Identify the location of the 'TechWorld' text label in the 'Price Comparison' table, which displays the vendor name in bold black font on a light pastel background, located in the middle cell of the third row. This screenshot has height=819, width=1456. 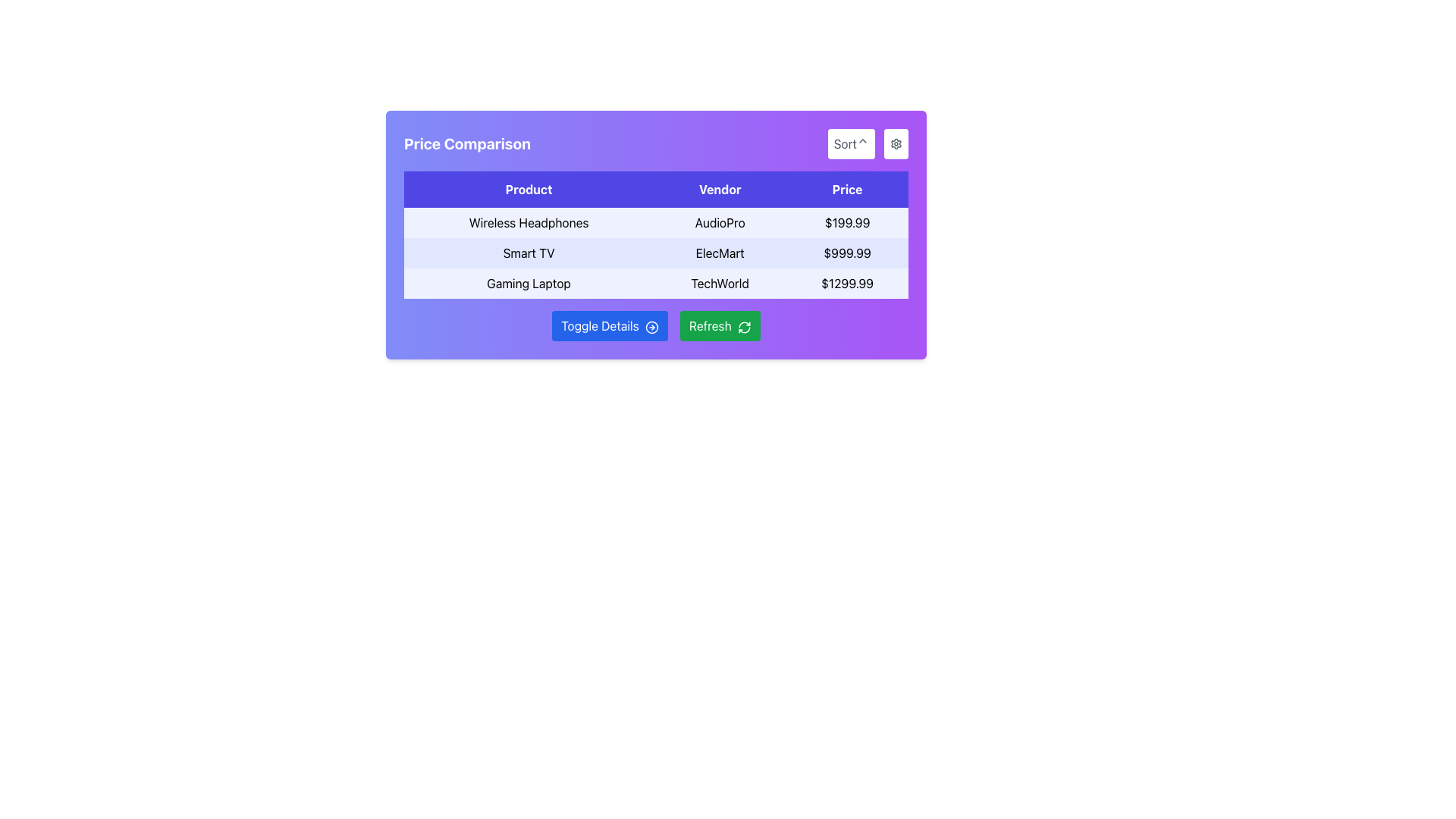
(719, 284).